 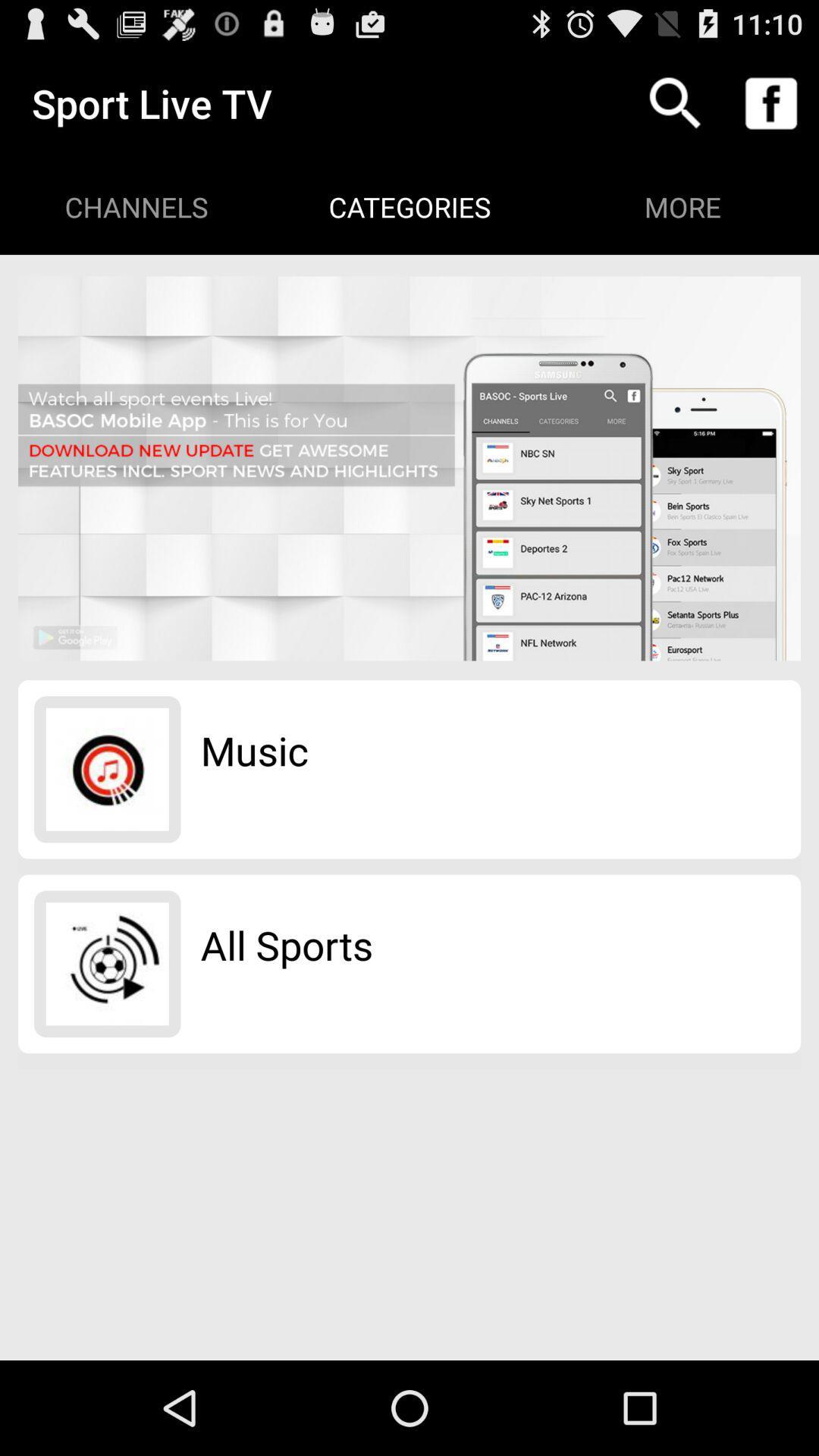 What do you see at coordinates (253, 750) in the screenshot?
I see `the music item` at bounding box center [253, 750].